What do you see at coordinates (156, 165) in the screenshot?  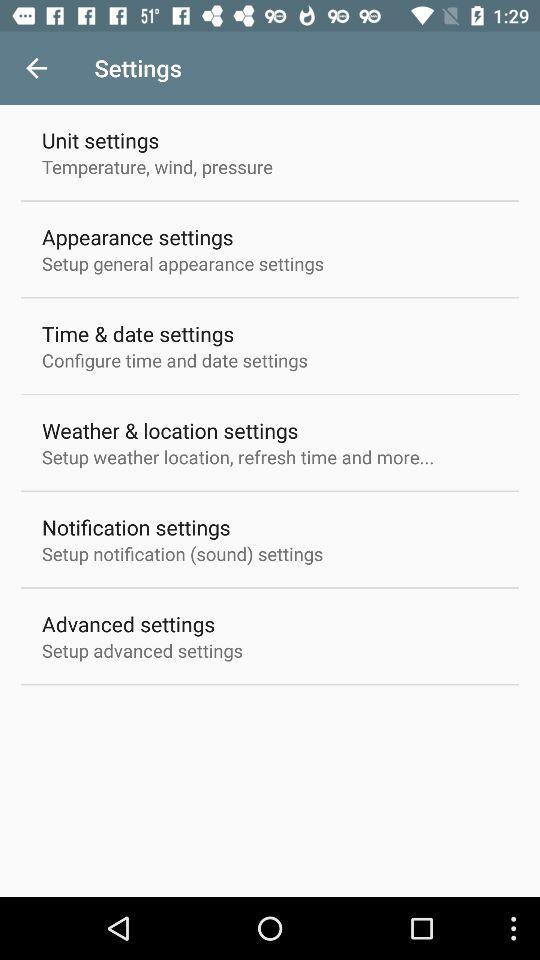 I see `the icon below unit settings` at bounding box center [156, 165].